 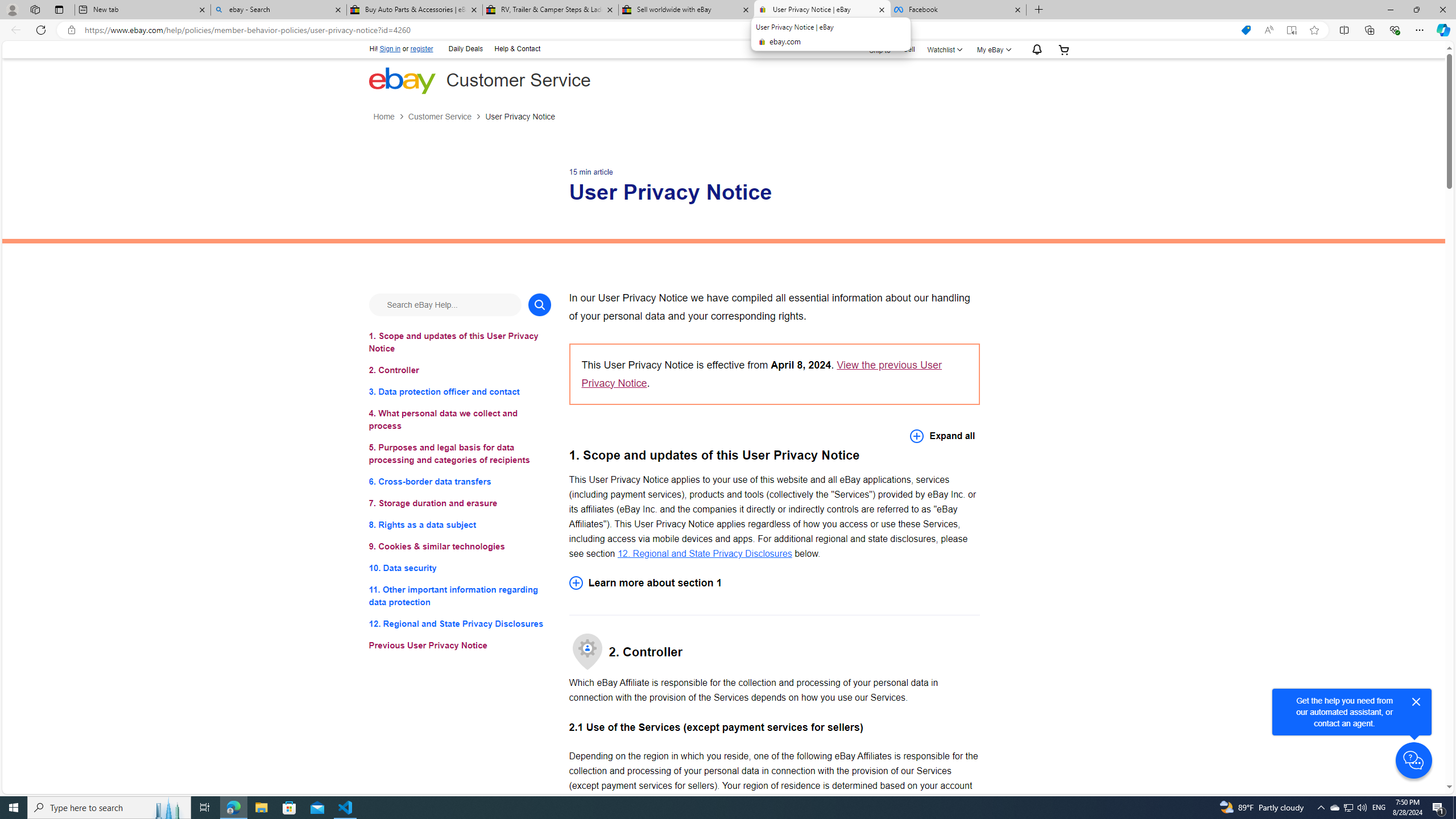 I want to click on '6. Cross-border data transfers', so click(x=459, y=481).